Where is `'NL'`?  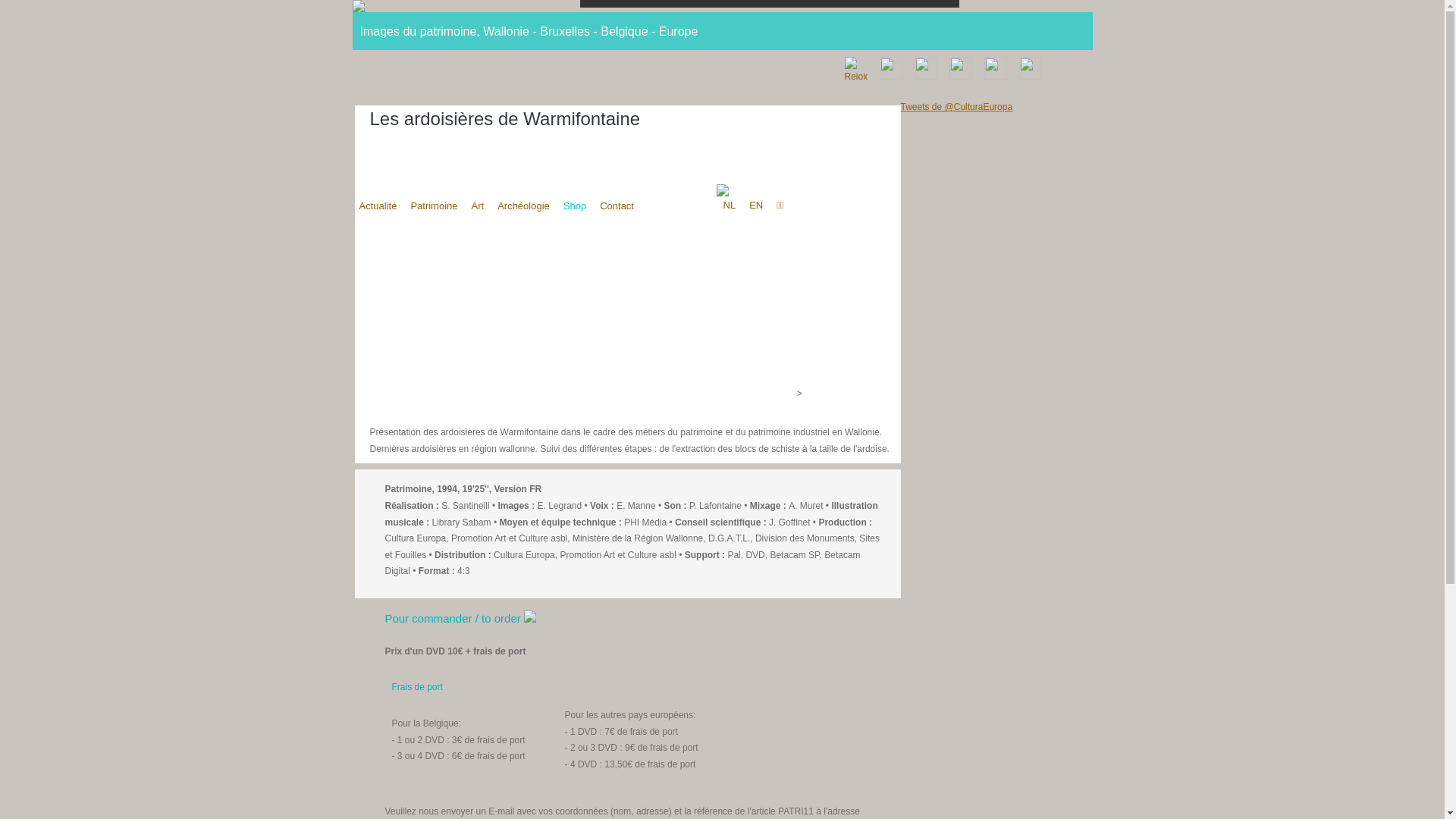
'NL' is located at coordinates (715, 205).